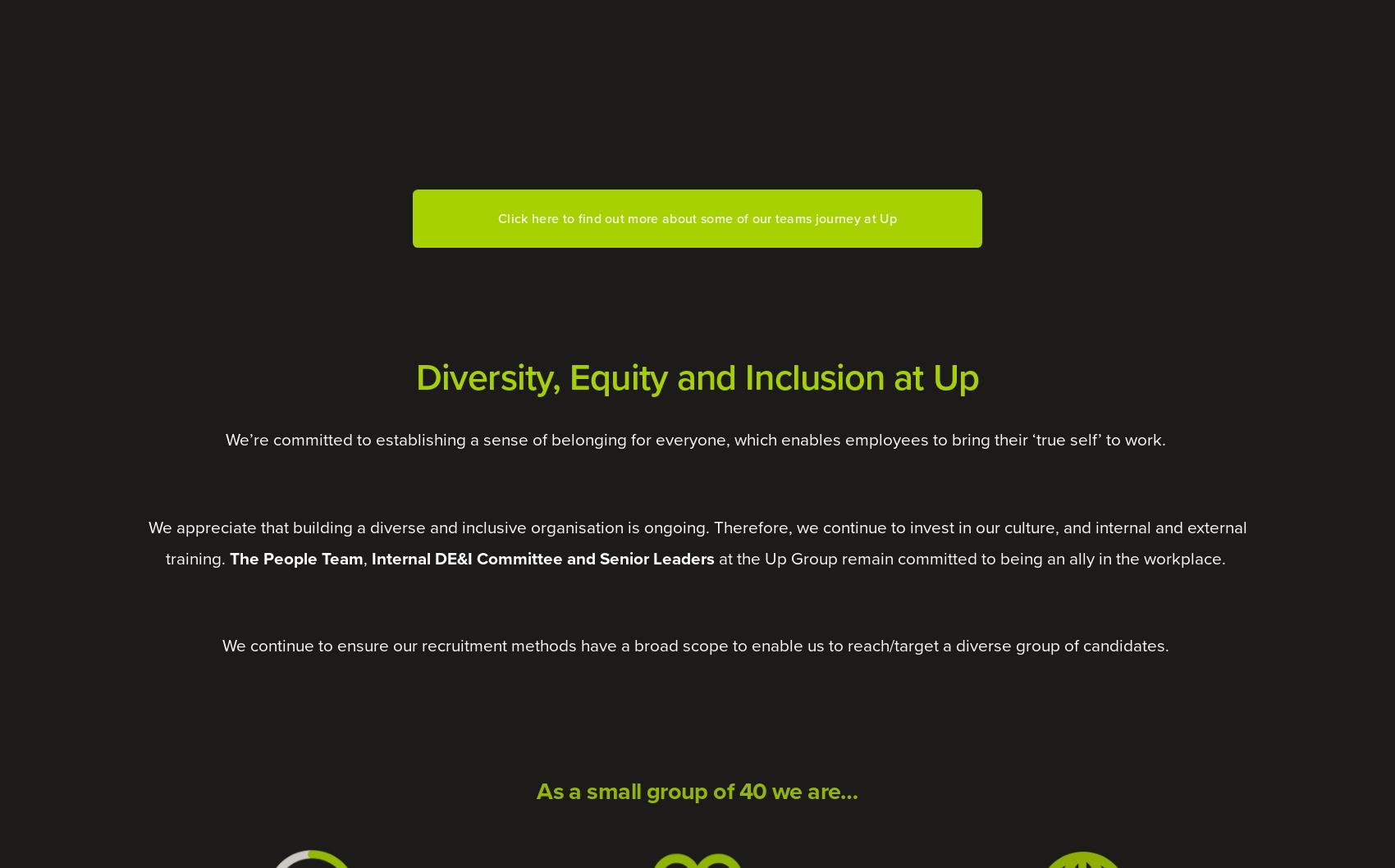 This screenshot has height=868, width=1395. What do you see at coordinates (696, 439) in the screenshot?
I see `'We’re committed to establishing a sense of belonging for everyone, which enables employees to bring their ‘true self’ to work.'` at bounding box center [696, 439].